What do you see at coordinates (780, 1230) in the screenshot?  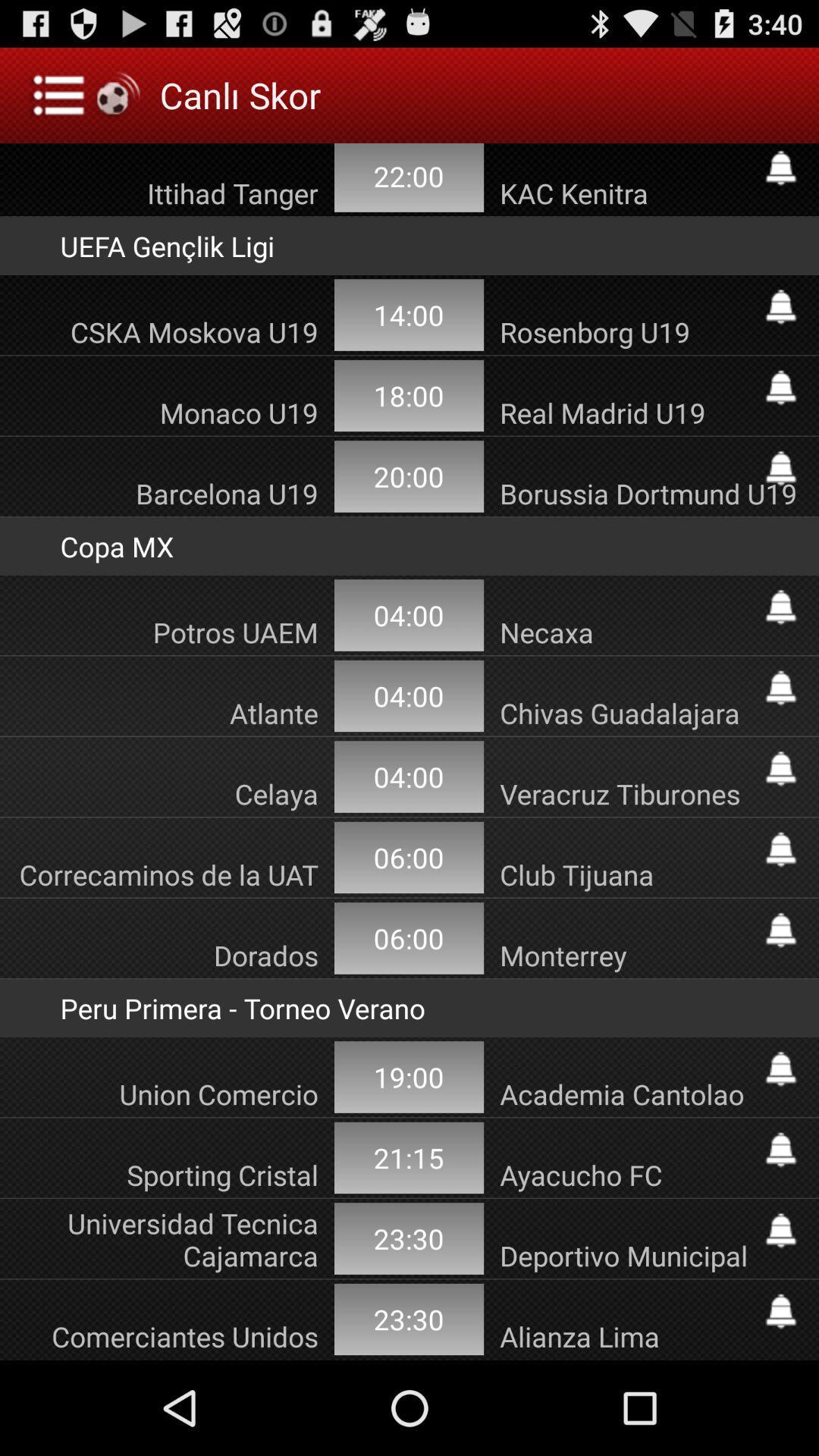 I see `notification for game` at bounding box center [780, 1230].